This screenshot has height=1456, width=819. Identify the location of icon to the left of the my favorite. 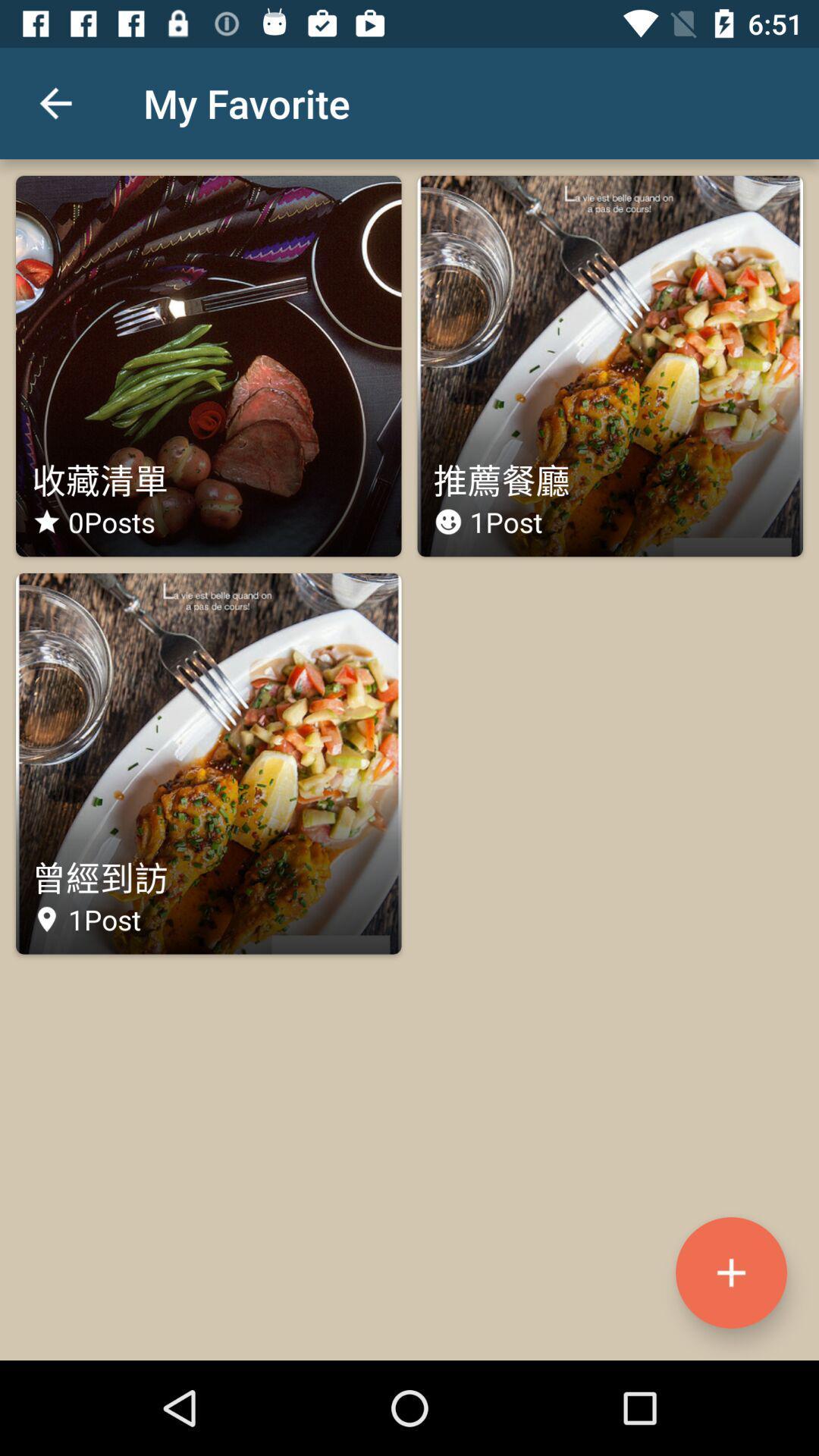
(55, 102).